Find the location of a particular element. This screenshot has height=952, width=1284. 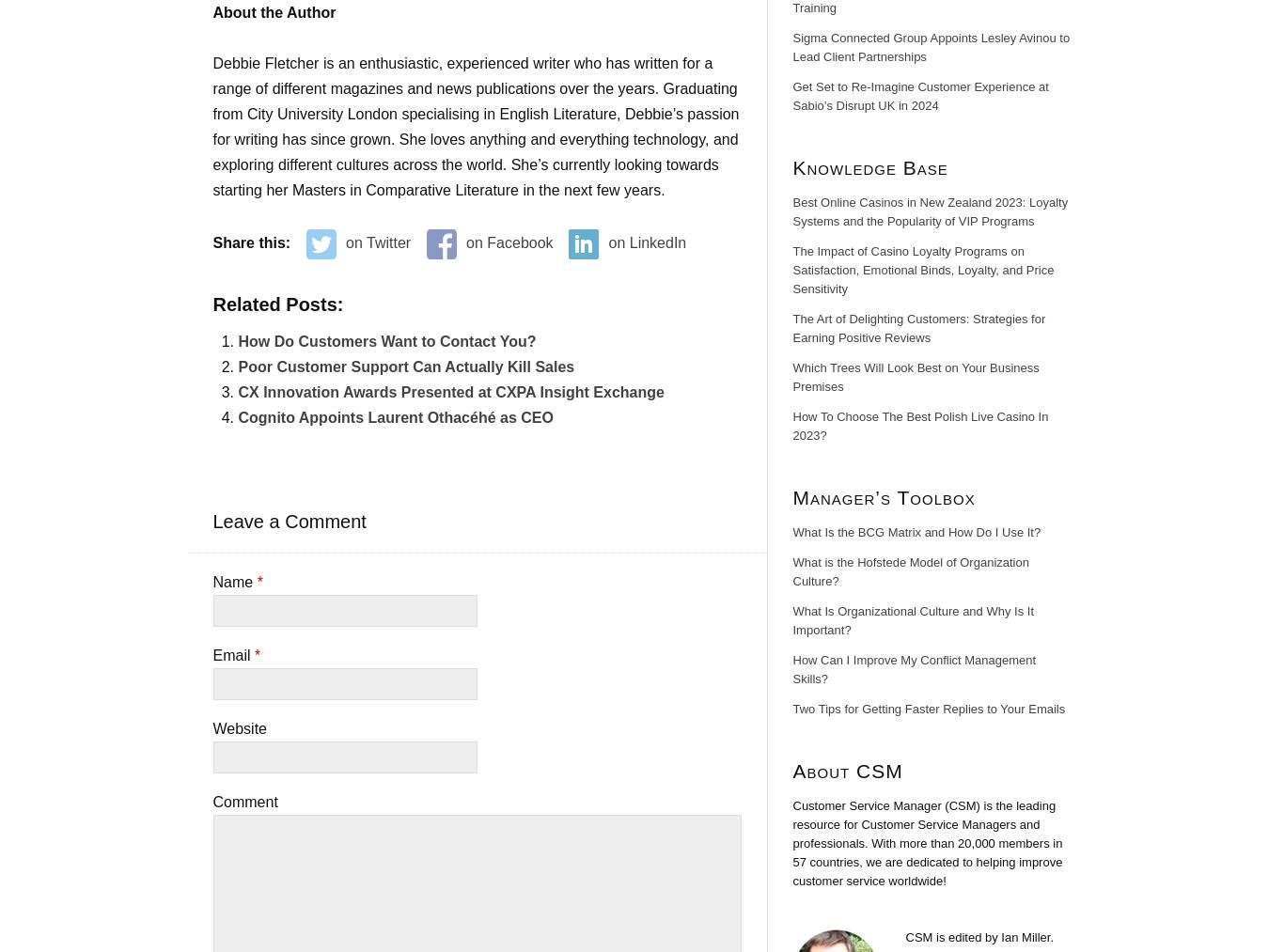

'What is the Hofstede Model of Organization Culture?' is located at coordinates (910, 570).